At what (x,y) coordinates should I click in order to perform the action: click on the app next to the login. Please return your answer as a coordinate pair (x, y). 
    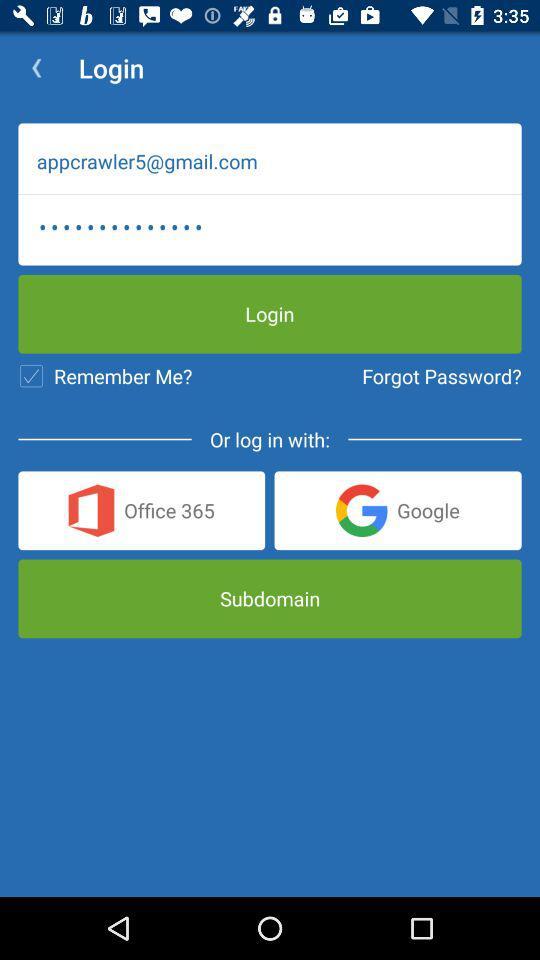
    Looking at the image, I should click on (36, 68).